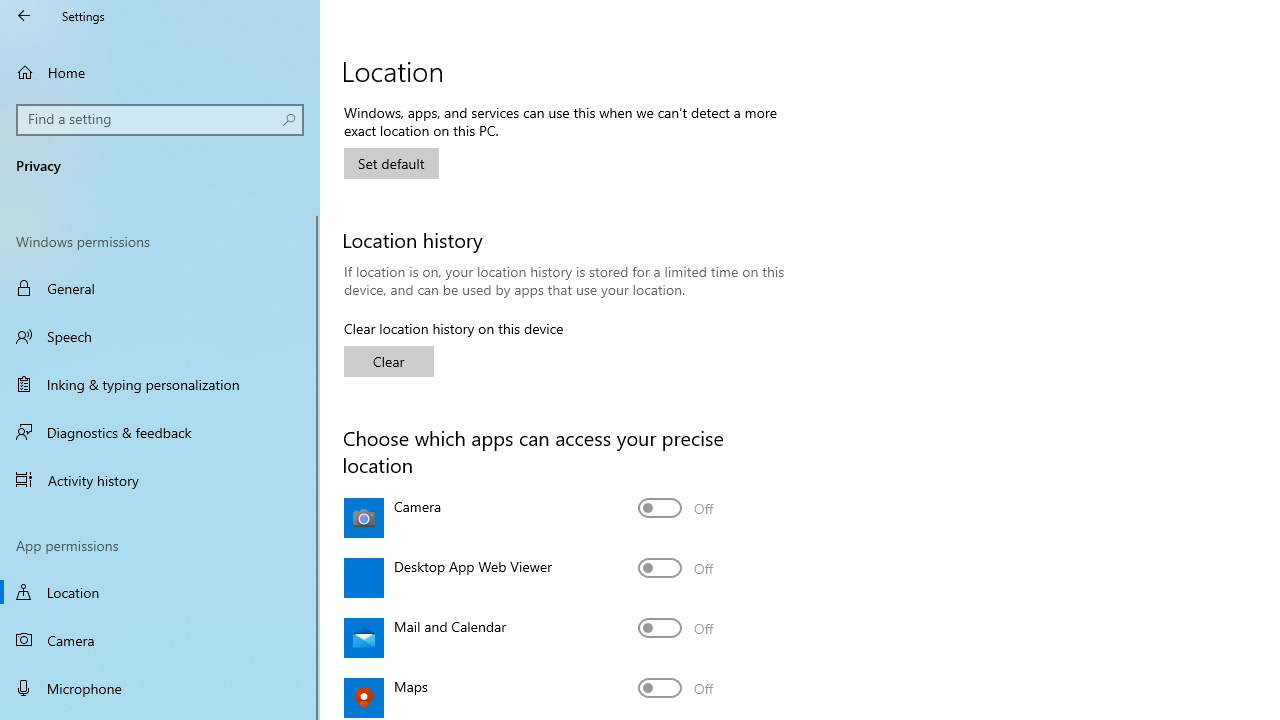 The width and height of the screenshot is (1280, 720). Describe the element at coordinates (24, 15) in the screenshot. I see `'Back'` at that location.